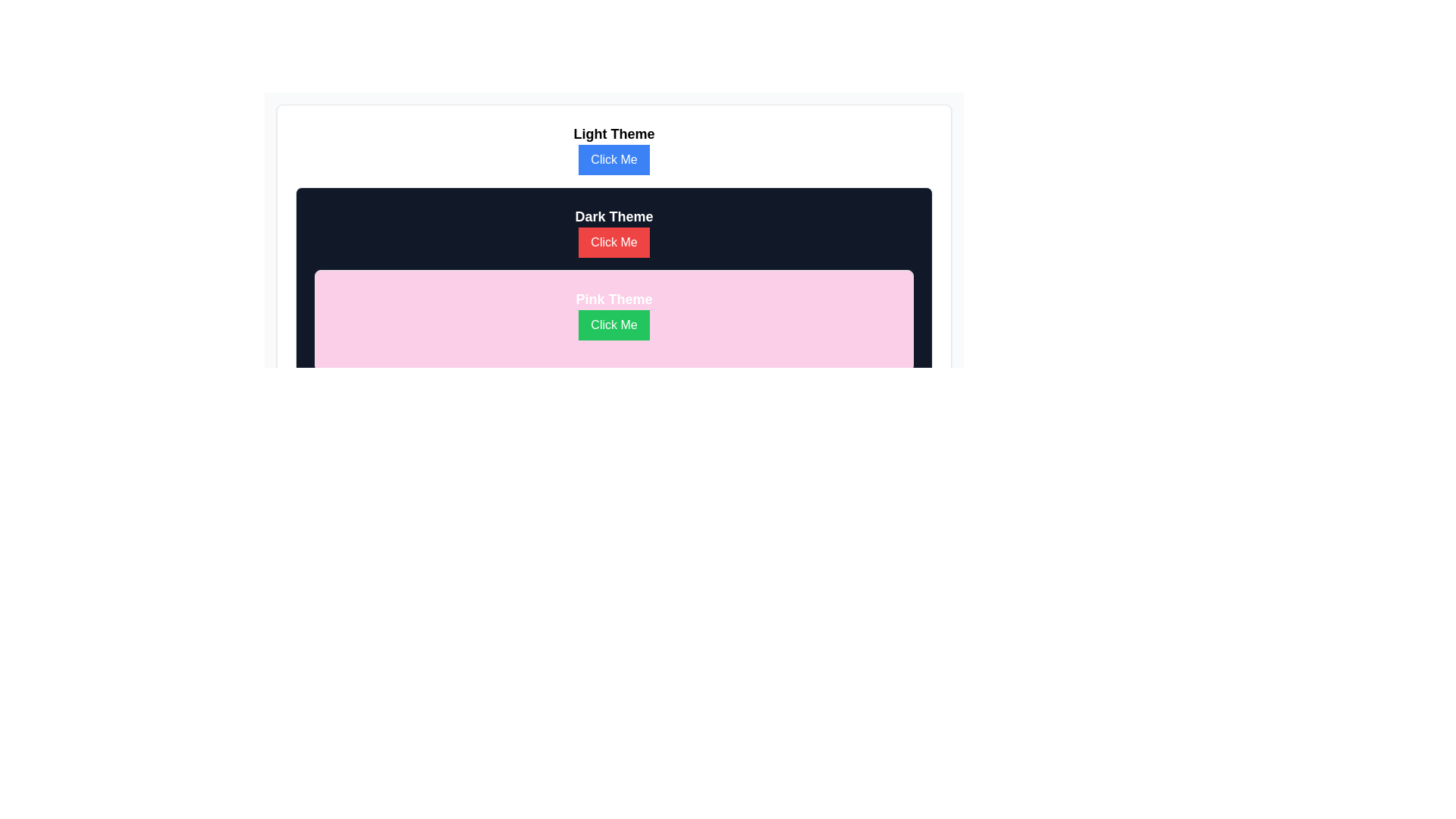  Describe the element at coordinates (614, 133) in the screenshot. I see `the text element labeled 'Light Theme', which serves as a title or header above the 'Click Me' button` at that location.